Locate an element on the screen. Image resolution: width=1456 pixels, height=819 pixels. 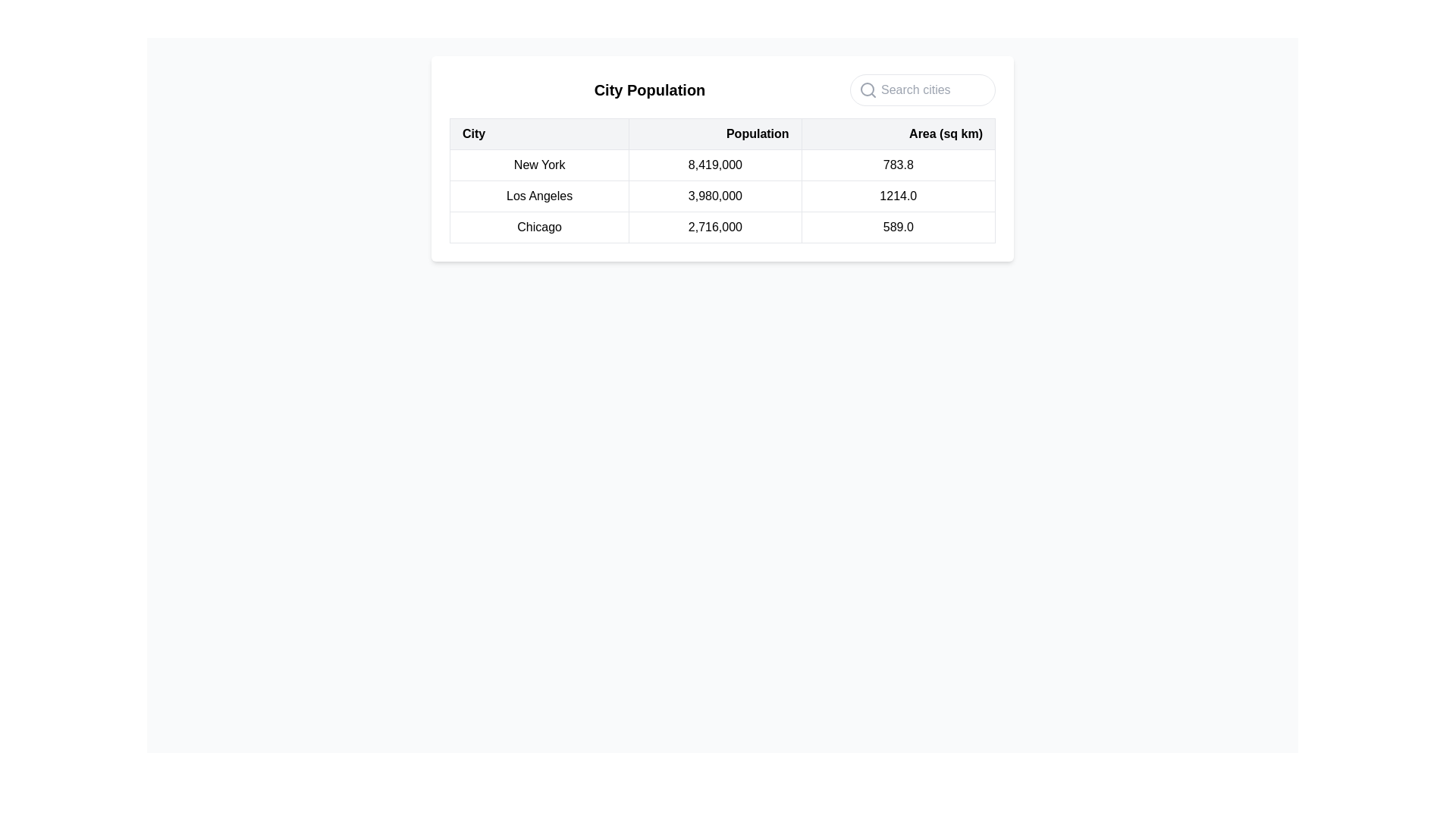
the third row of the data table containing the cells for 'Chicago', '2,716,000', and '589.0' is located at coordinates (722, 227).